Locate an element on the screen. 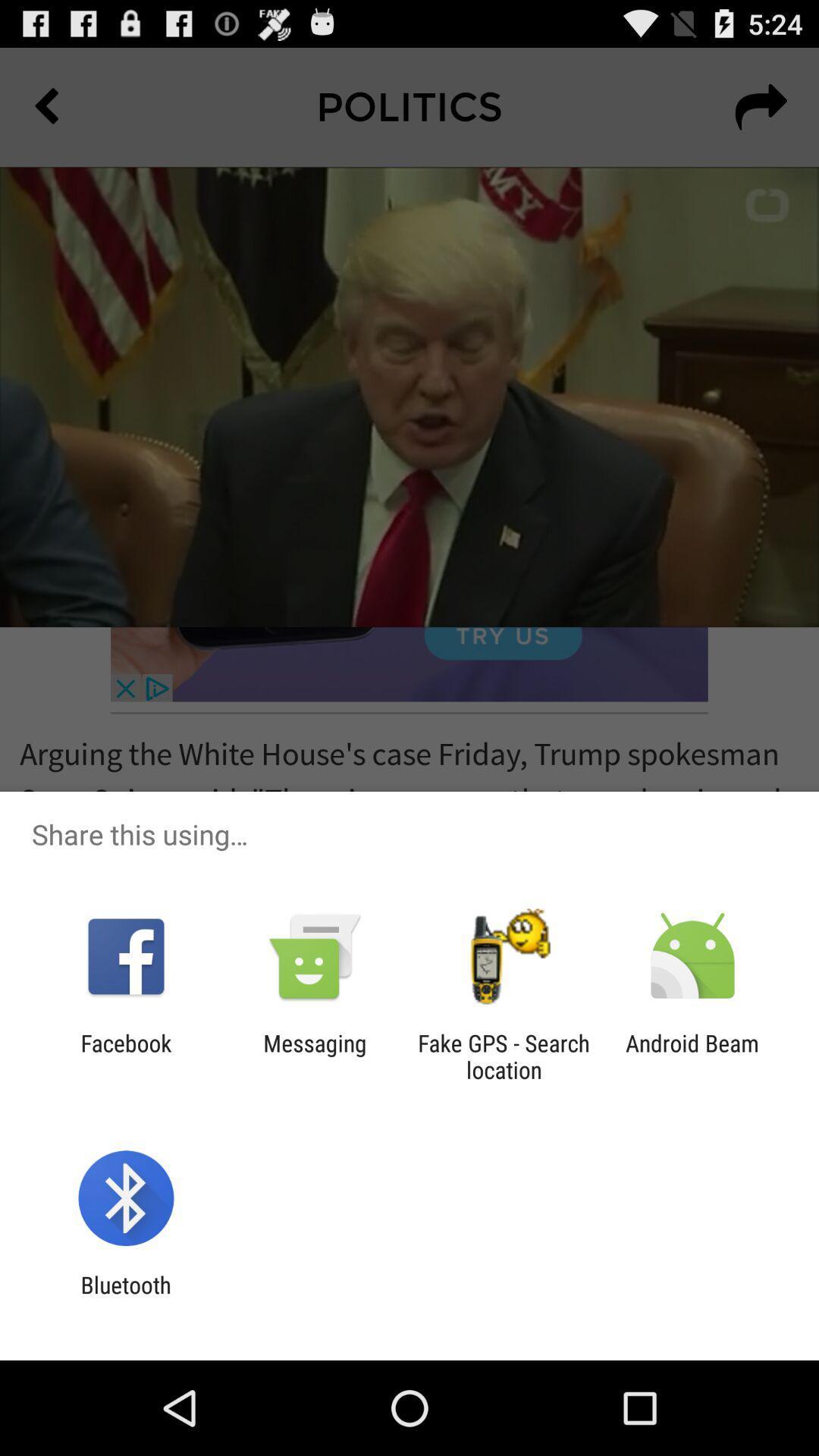 The width and height of the screenshot is (819, 1456). the app to the right of the fake gps search item is located at coordinates (692, 1056).